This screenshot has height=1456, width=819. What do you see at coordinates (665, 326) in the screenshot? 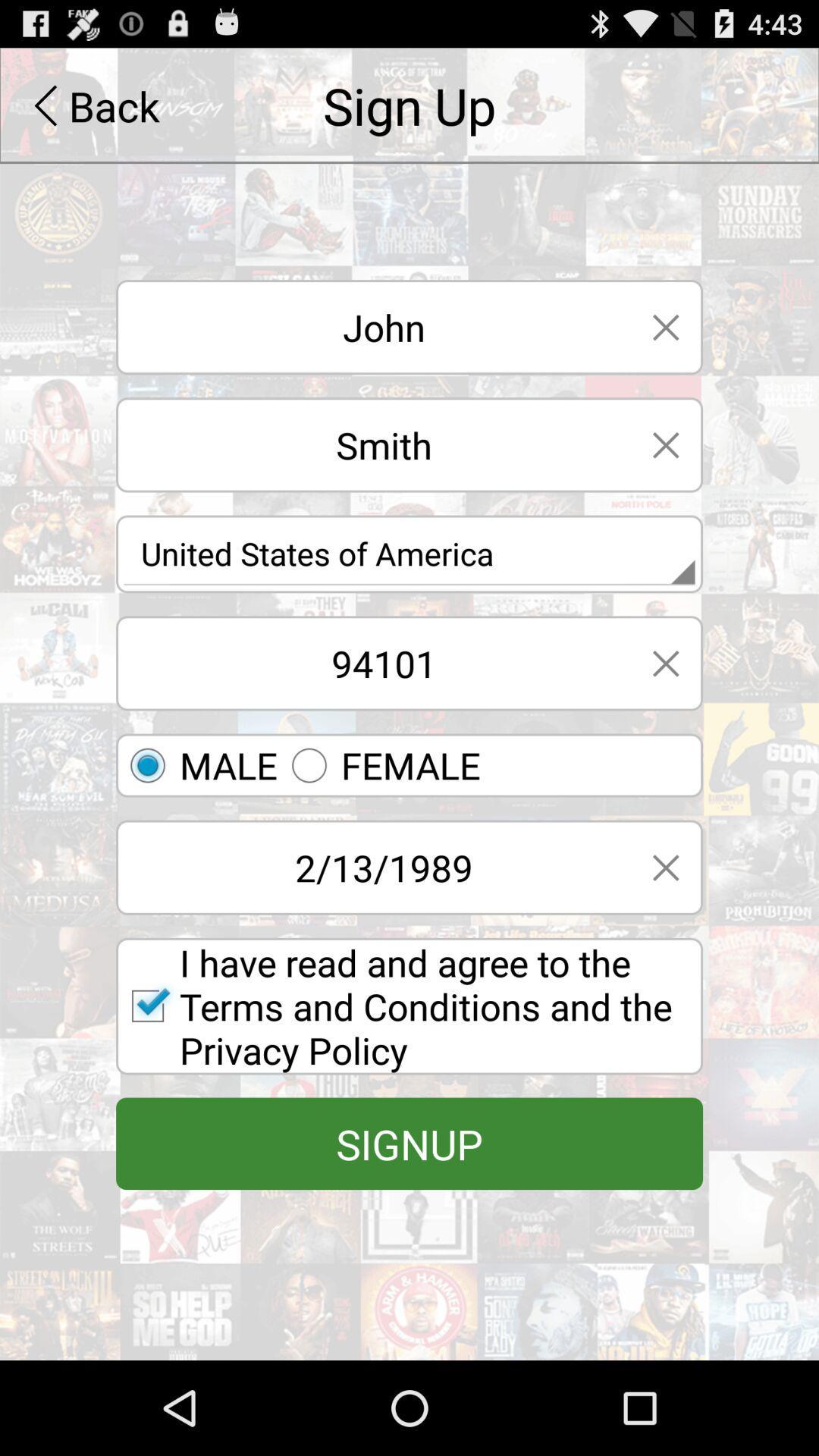
I see `close` at bounding box center [665, 326].